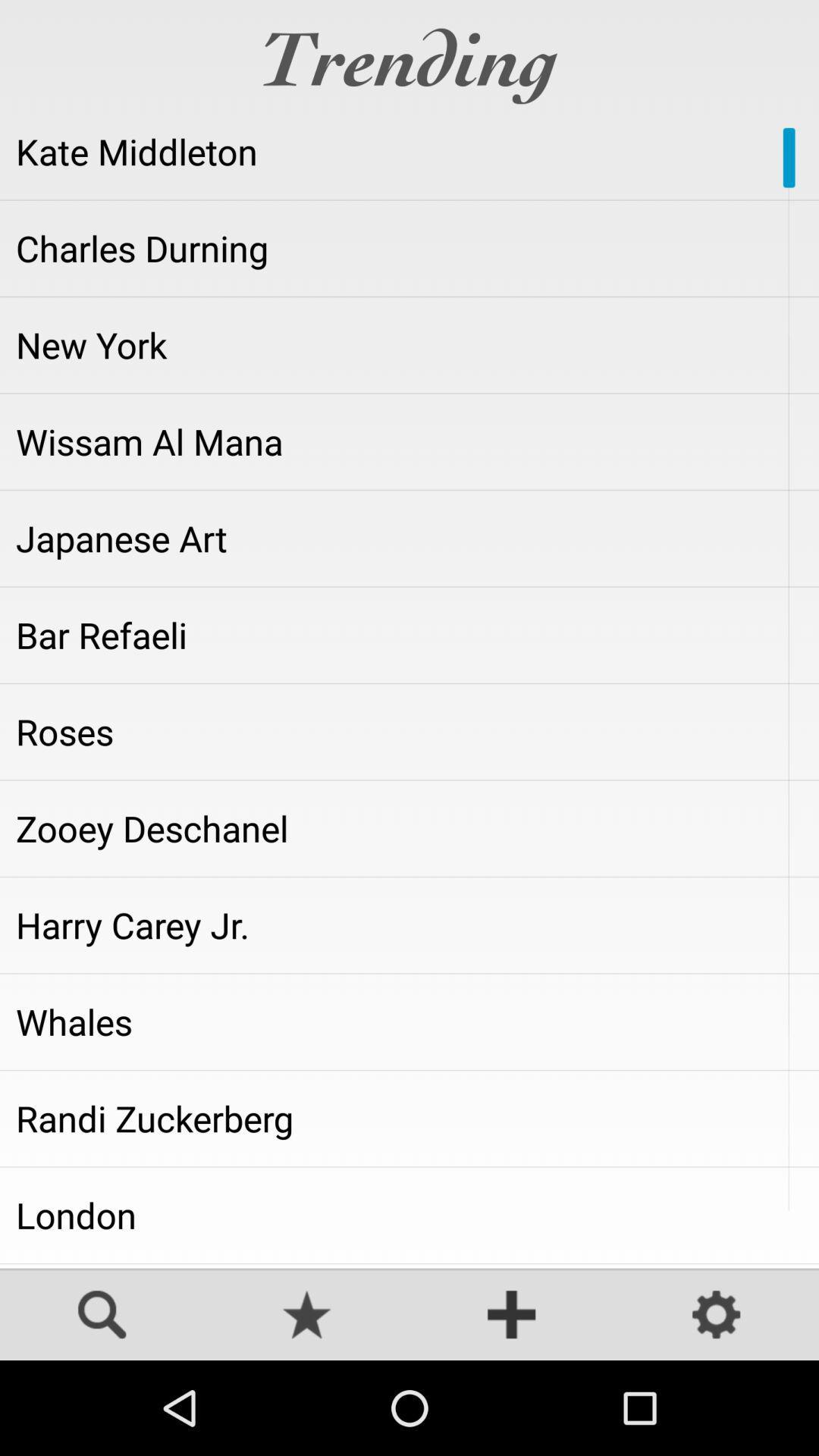  Describe the element at coordinates (409, 152) in the screenshot. I see `kate middleton icon` at that location.